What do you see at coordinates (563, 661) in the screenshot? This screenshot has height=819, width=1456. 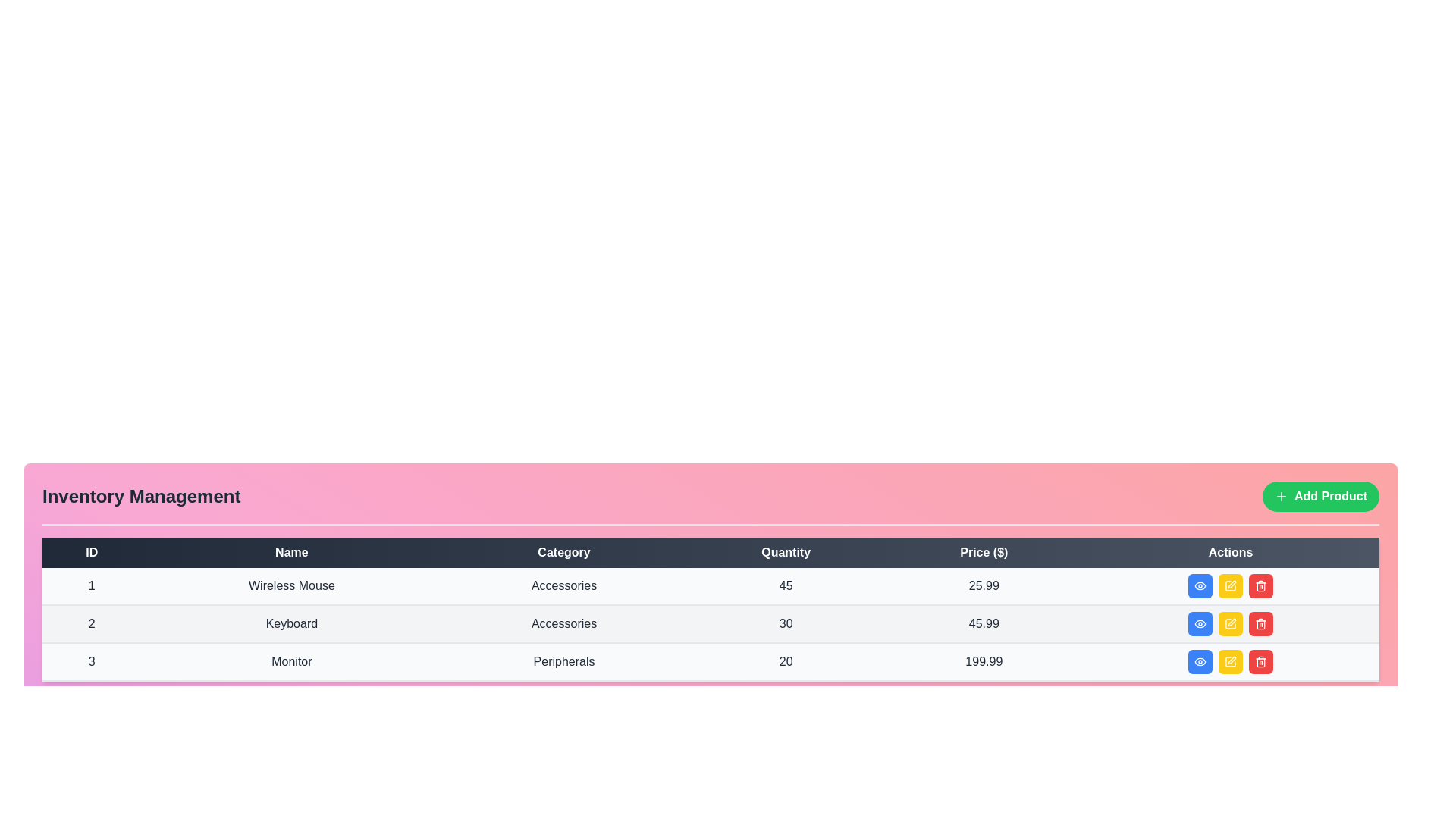 I see `displayed text from the 'Peripherals' text label located in the 'Category' column of the third row in the table, adjacent to the 'Monitor' entry` at bounding box center [563, 661].